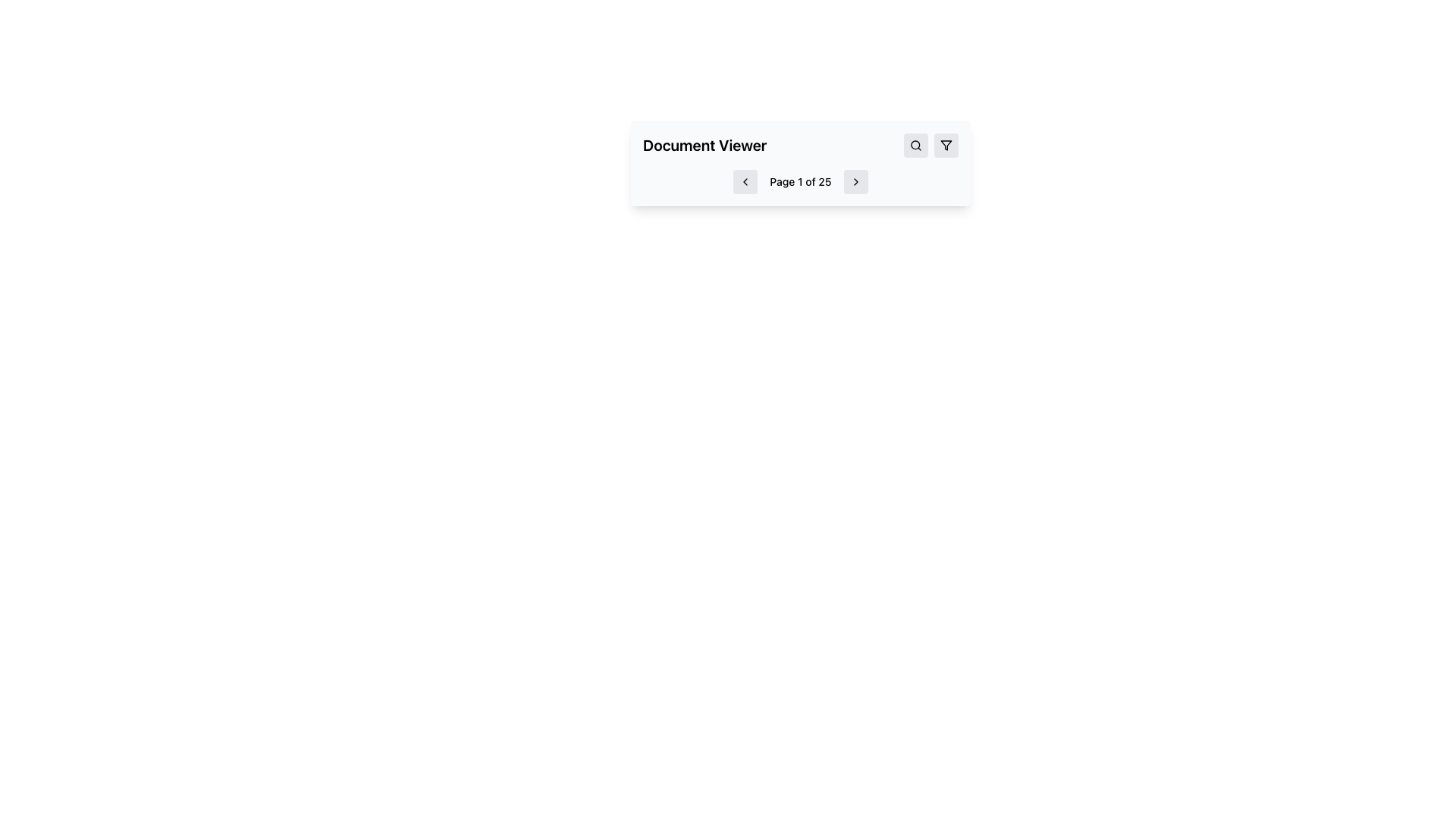 The width and height of the screenshot is (1456, 819). Describe the element at coordinates (915, 146) in the screenshot. I see `the search button located` at that location.